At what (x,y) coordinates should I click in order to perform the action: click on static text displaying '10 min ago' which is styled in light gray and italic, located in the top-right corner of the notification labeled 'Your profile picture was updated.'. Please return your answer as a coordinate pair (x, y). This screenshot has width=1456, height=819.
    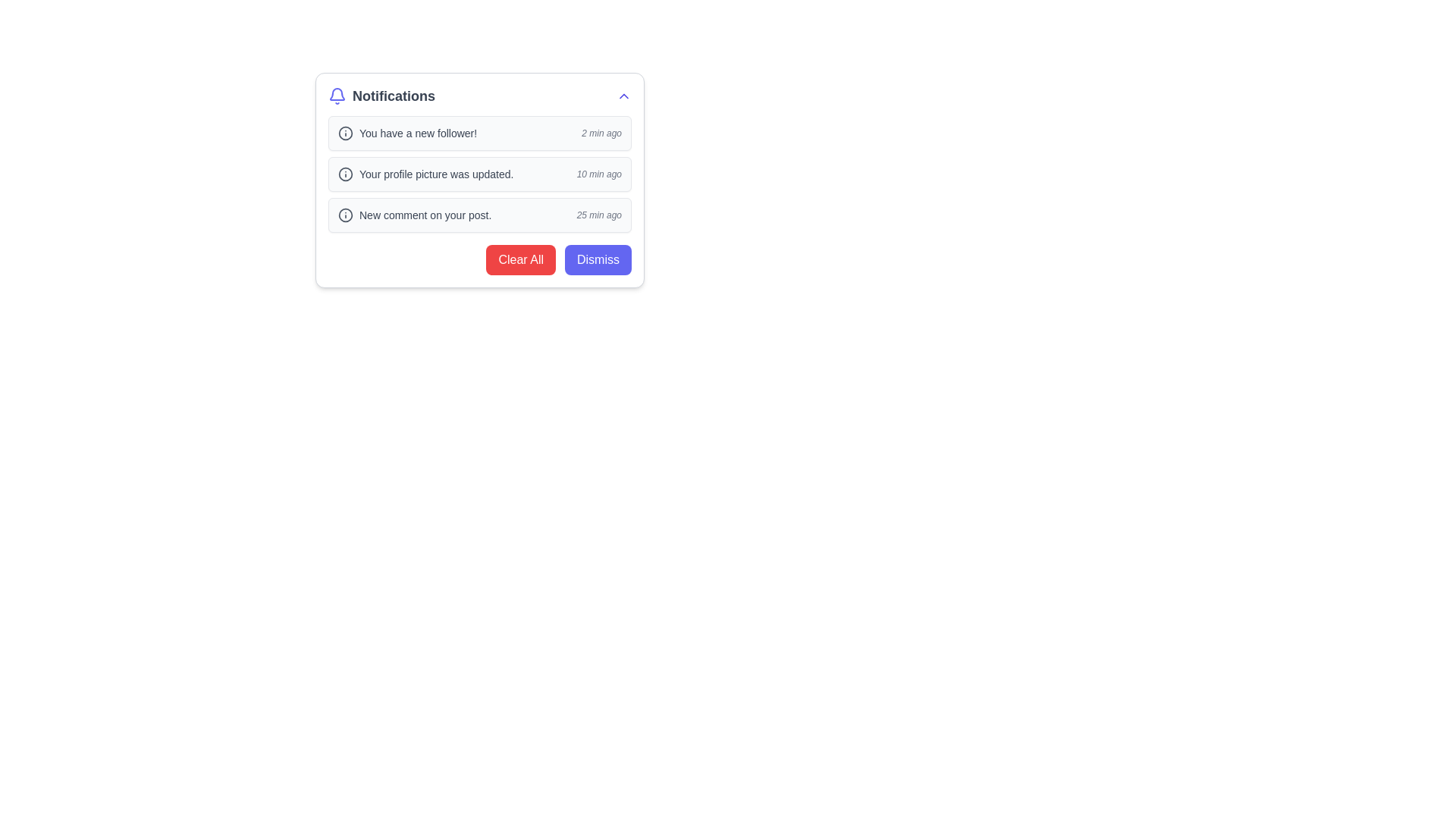
    Looking at the image, I should click on (598, 174).